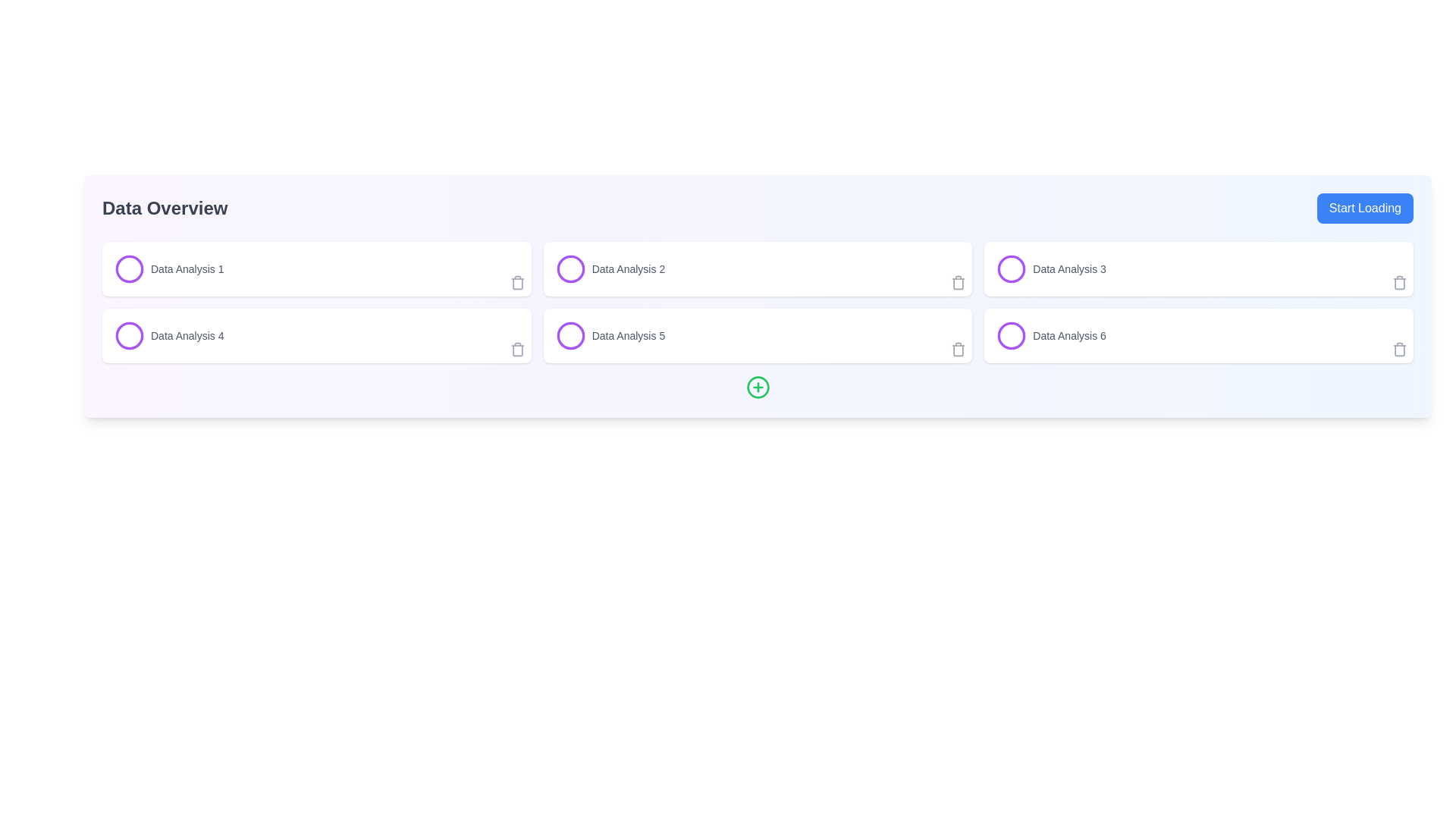 This screenshot has width=1456, height=819. I want to click on the purple circle icon with a bold border located next to the label 'Data Analysis 5', so click(570, 335).